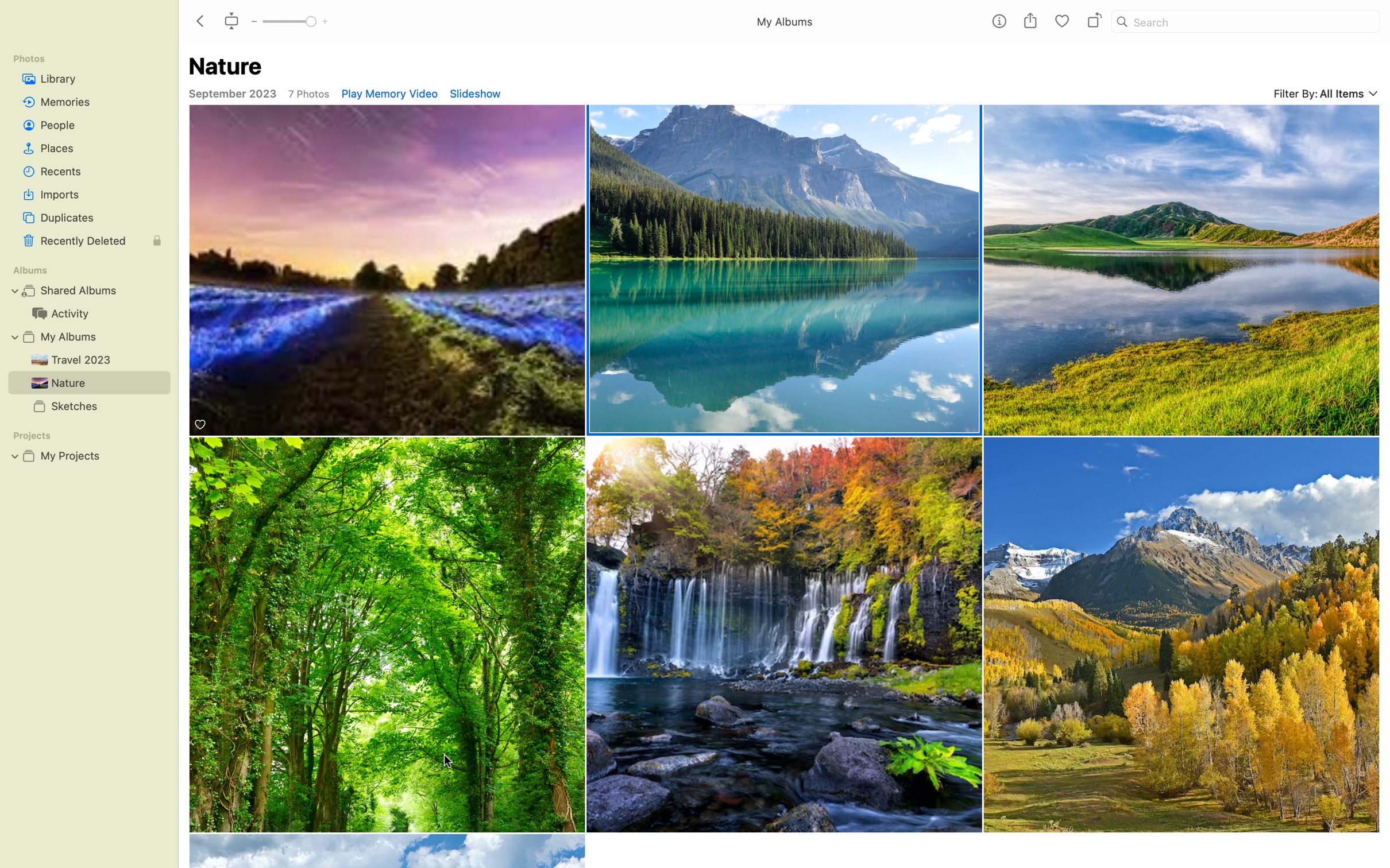  What do you see at coordinates (387, 271) in the screenshot?
I see `Expand the picture with bioluminescence by clicking on it` at bounding box center [387, 271].